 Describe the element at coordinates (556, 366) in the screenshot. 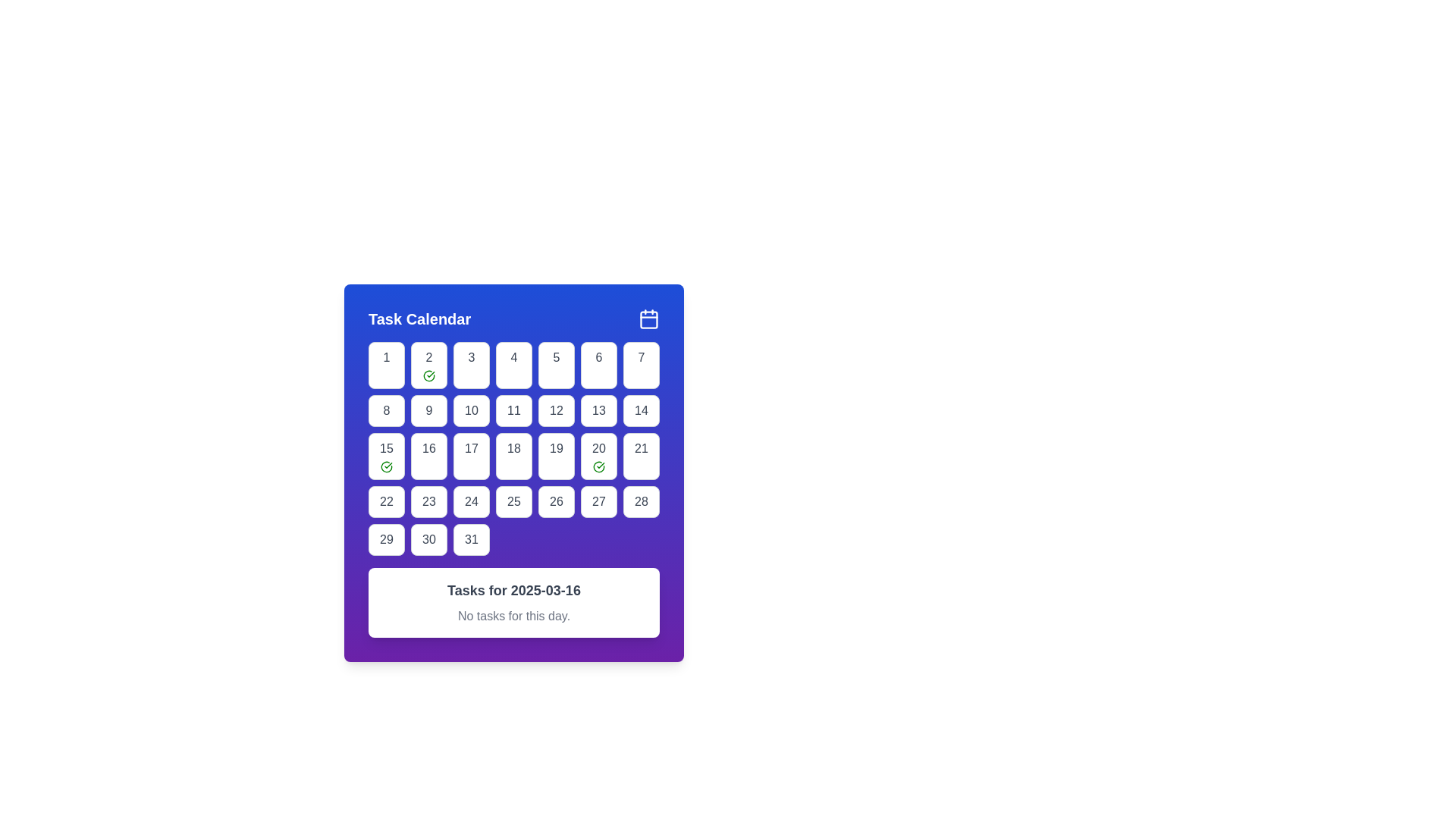

I see `the button labeled '5' in the top row of the grid layout` at that location.